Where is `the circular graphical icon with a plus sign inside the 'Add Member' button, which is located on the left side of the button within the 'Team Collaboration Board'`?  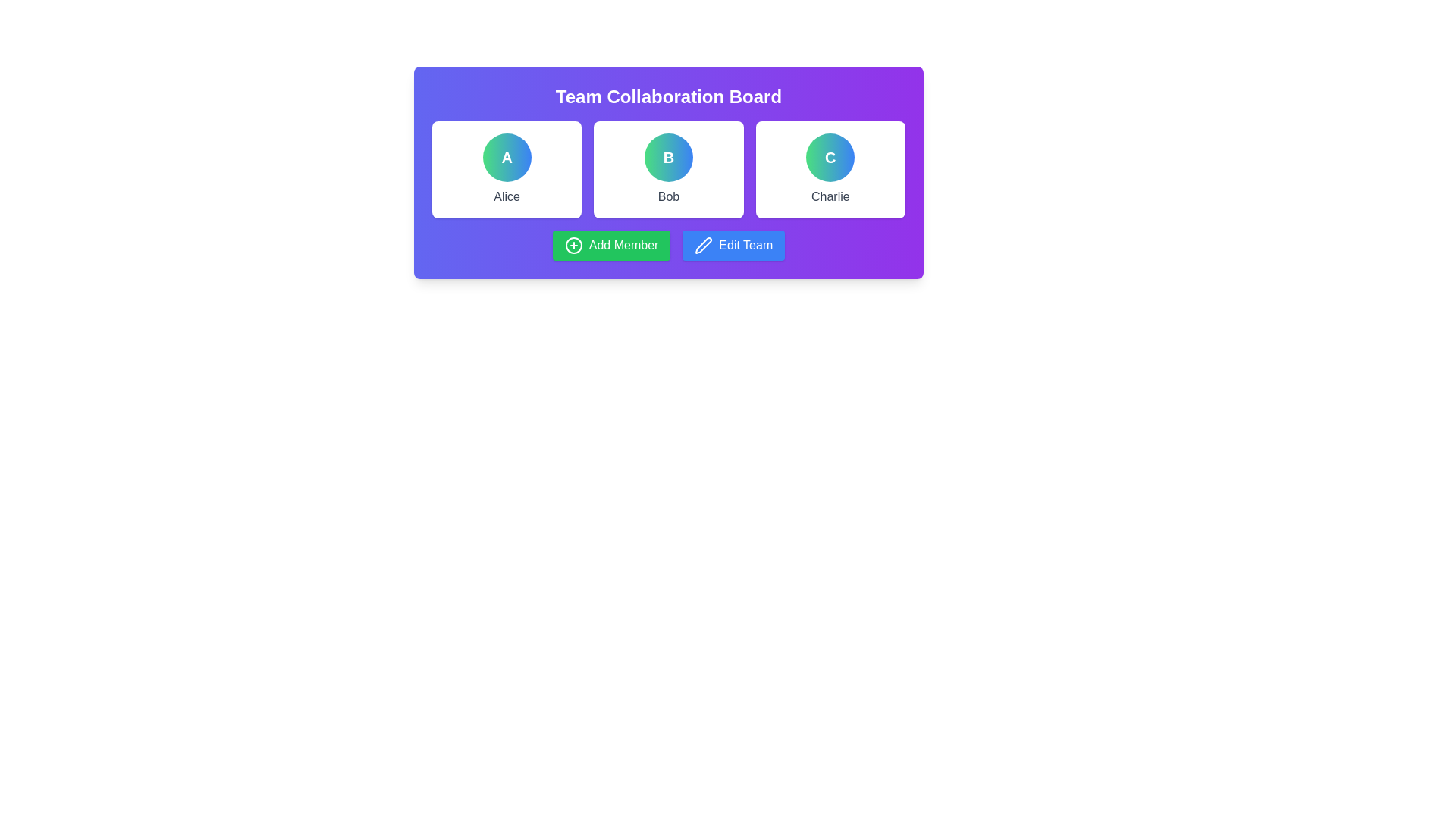 the circular graphical icon with a plus sign inside the 'Add Member' button, which is located on the left side of the button within the 'Team Collaboration Board' is located at coordinates (573, 245).